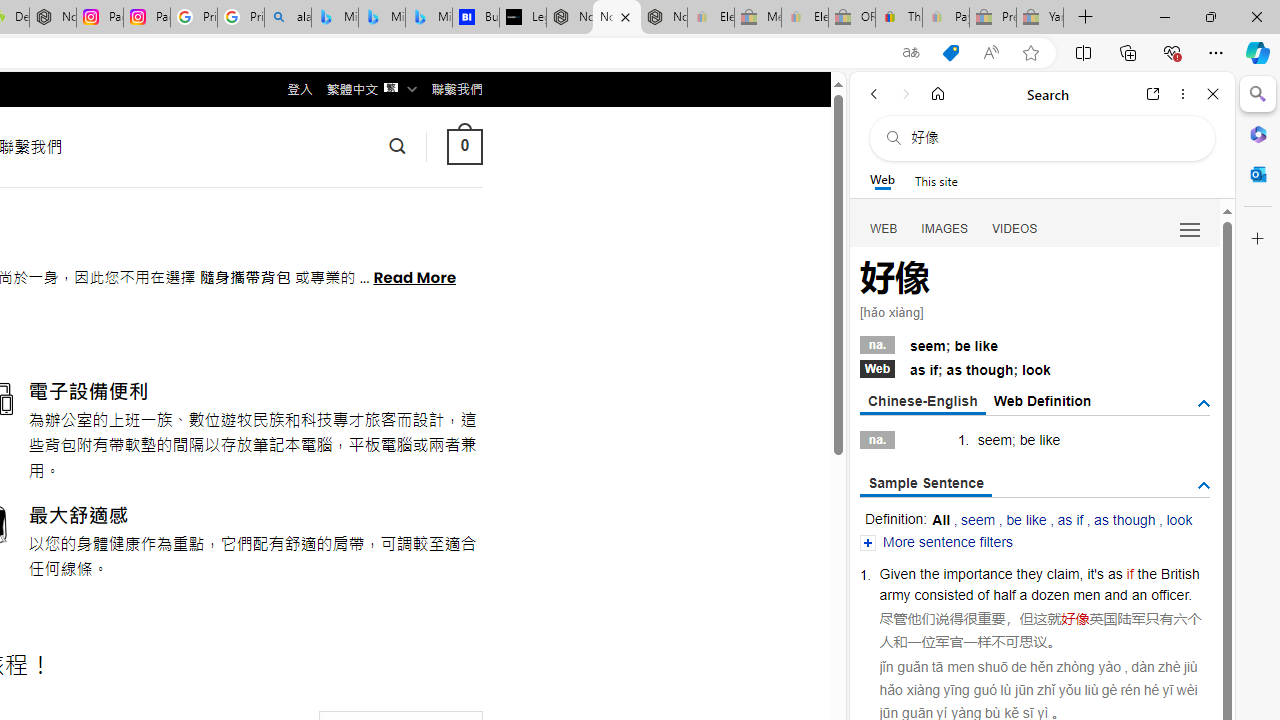 The image size is (1280, 720). Describe the element at coordinates (1034, 367) in the screenshot. I see `'Webas if; as though; look'` at that location.